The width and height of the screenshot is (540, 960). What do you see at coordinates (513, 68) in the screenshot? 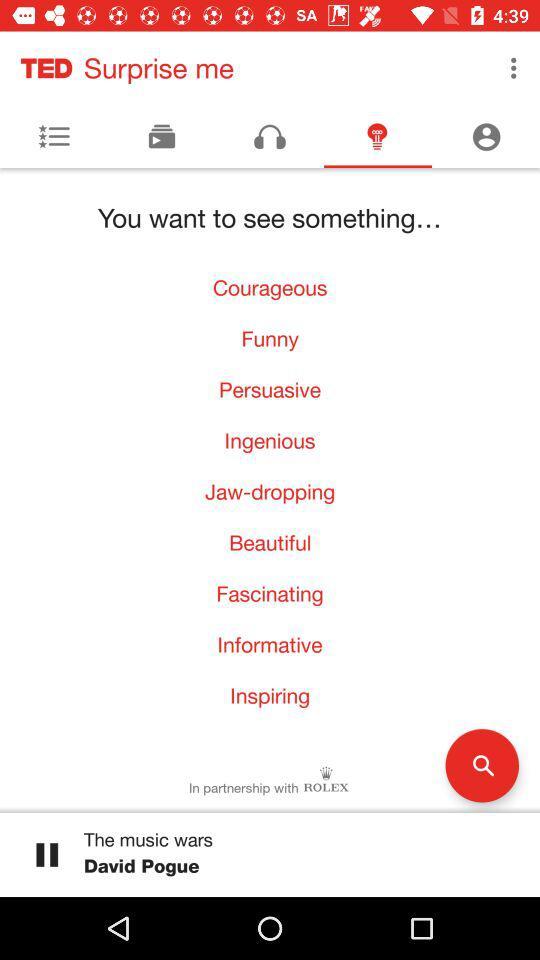
I see `the item next to the surprise me item` at bounding box center [513, 68].